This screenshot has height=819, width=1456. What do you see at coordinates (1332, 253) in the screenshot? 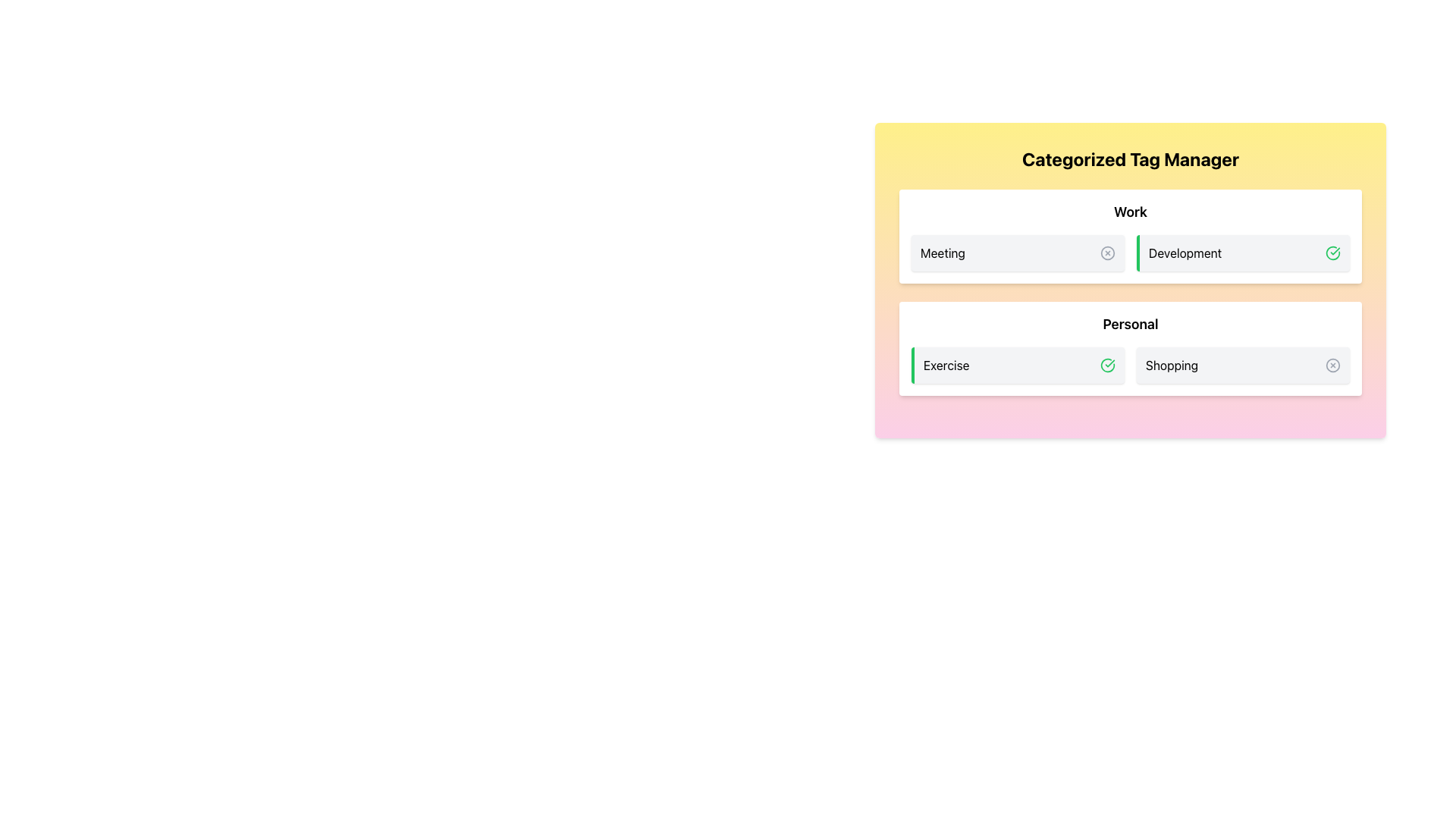
I see `the status indicator icon located on the far right side of the 'Development' section to engage with its state, if it is interactive` at bounding box center [1332, 253].